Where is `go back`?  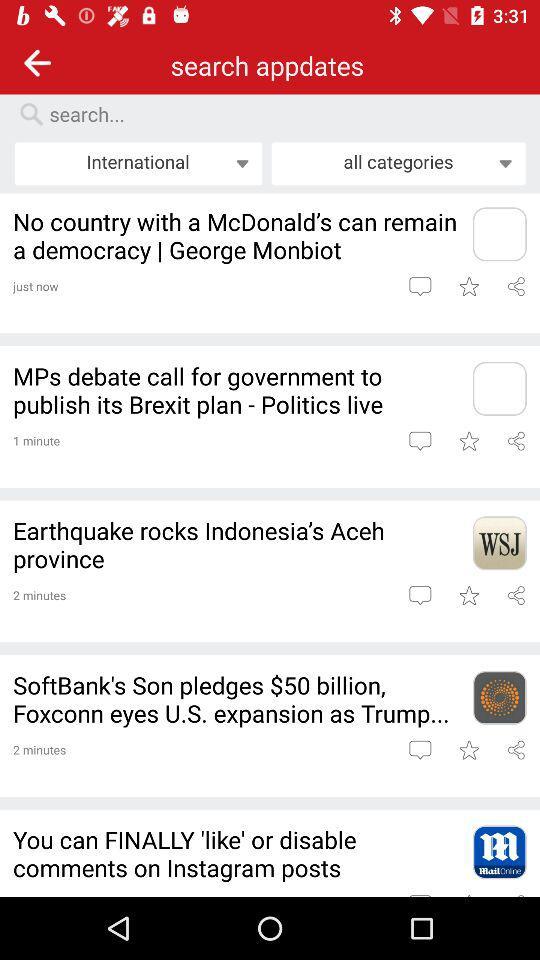 go back is located at coordinates (37, 62).